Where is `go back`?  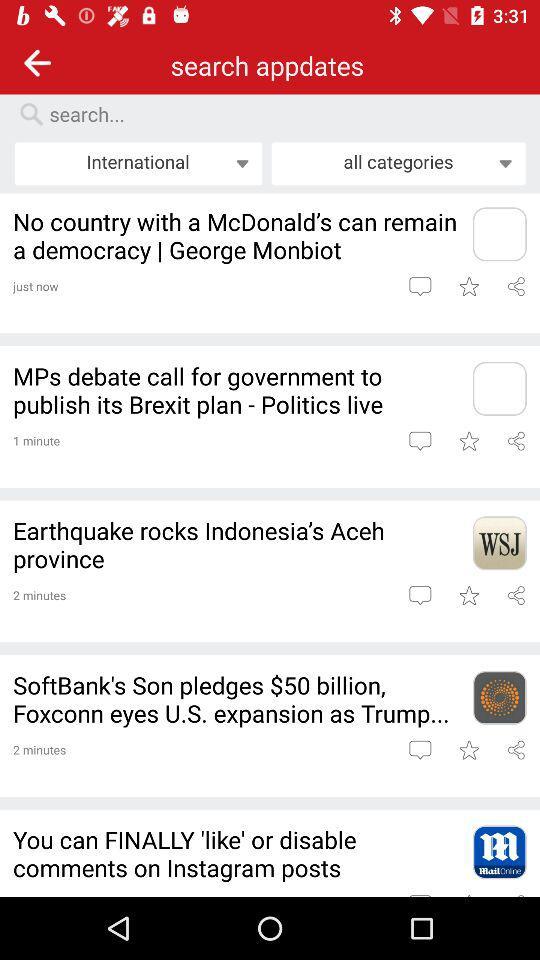 go back is located at coordinates (37, 62).